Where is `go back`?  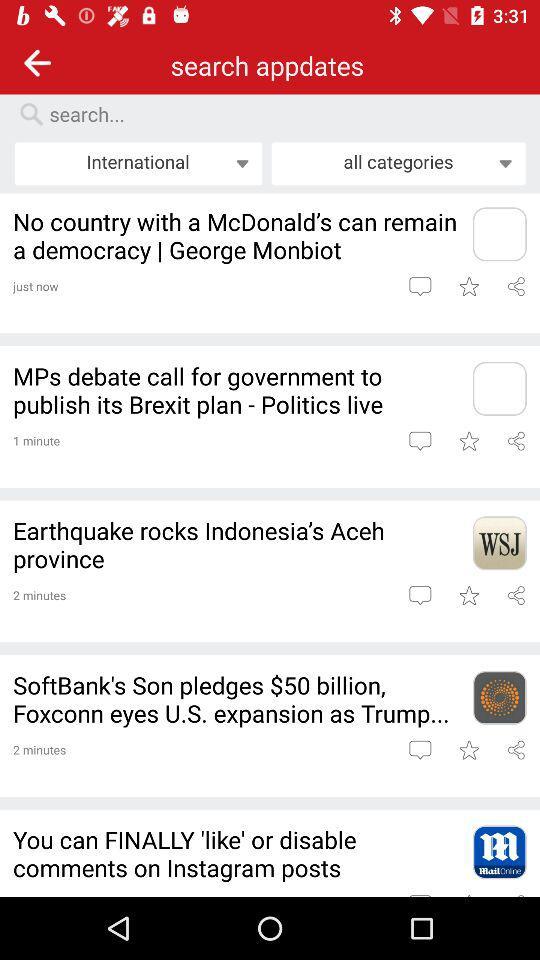 go back is located at coordinates (37, 62).